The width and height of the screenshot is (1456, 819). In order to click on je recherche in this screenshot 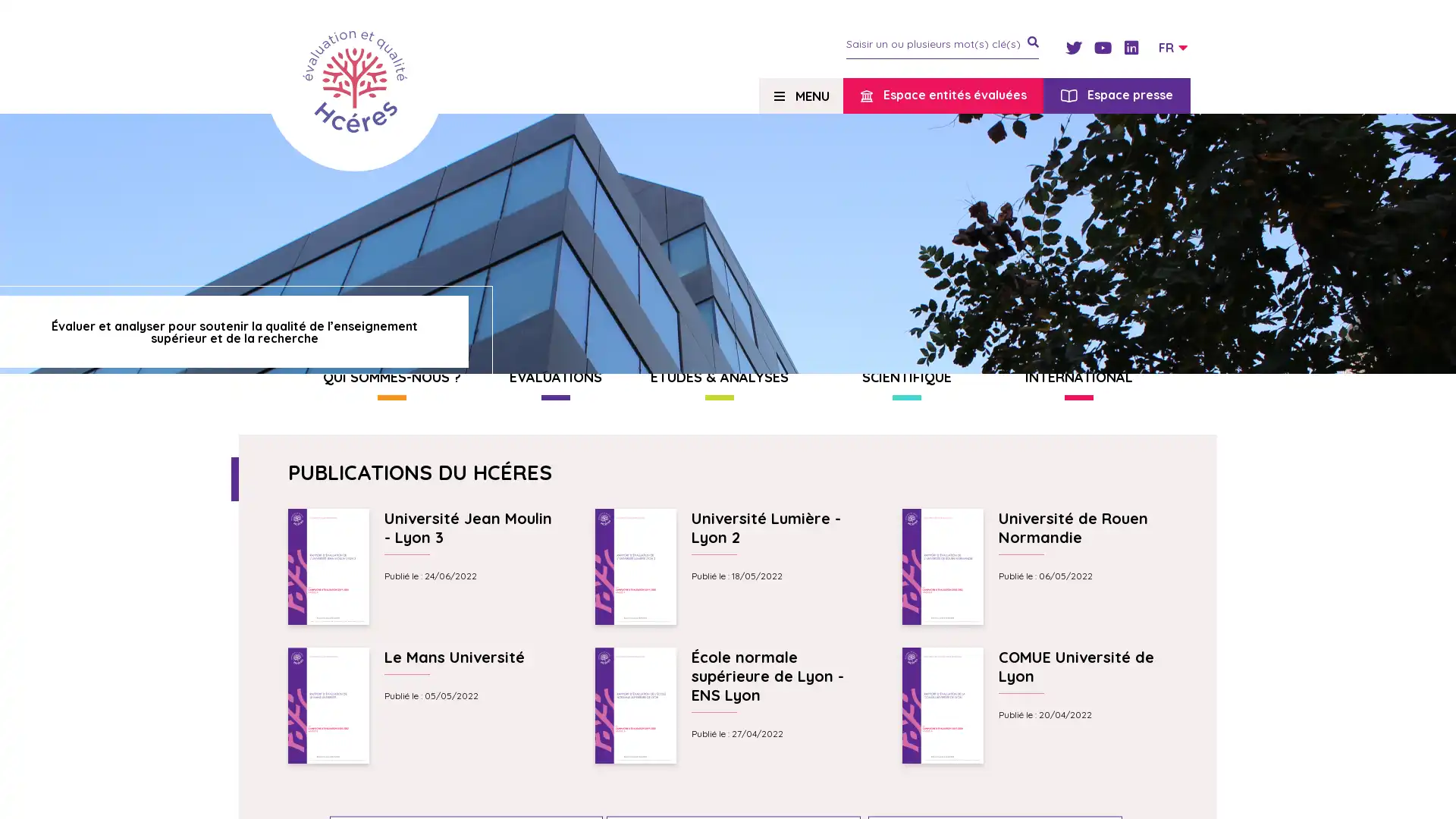, I will do `click(1032, 42)`.